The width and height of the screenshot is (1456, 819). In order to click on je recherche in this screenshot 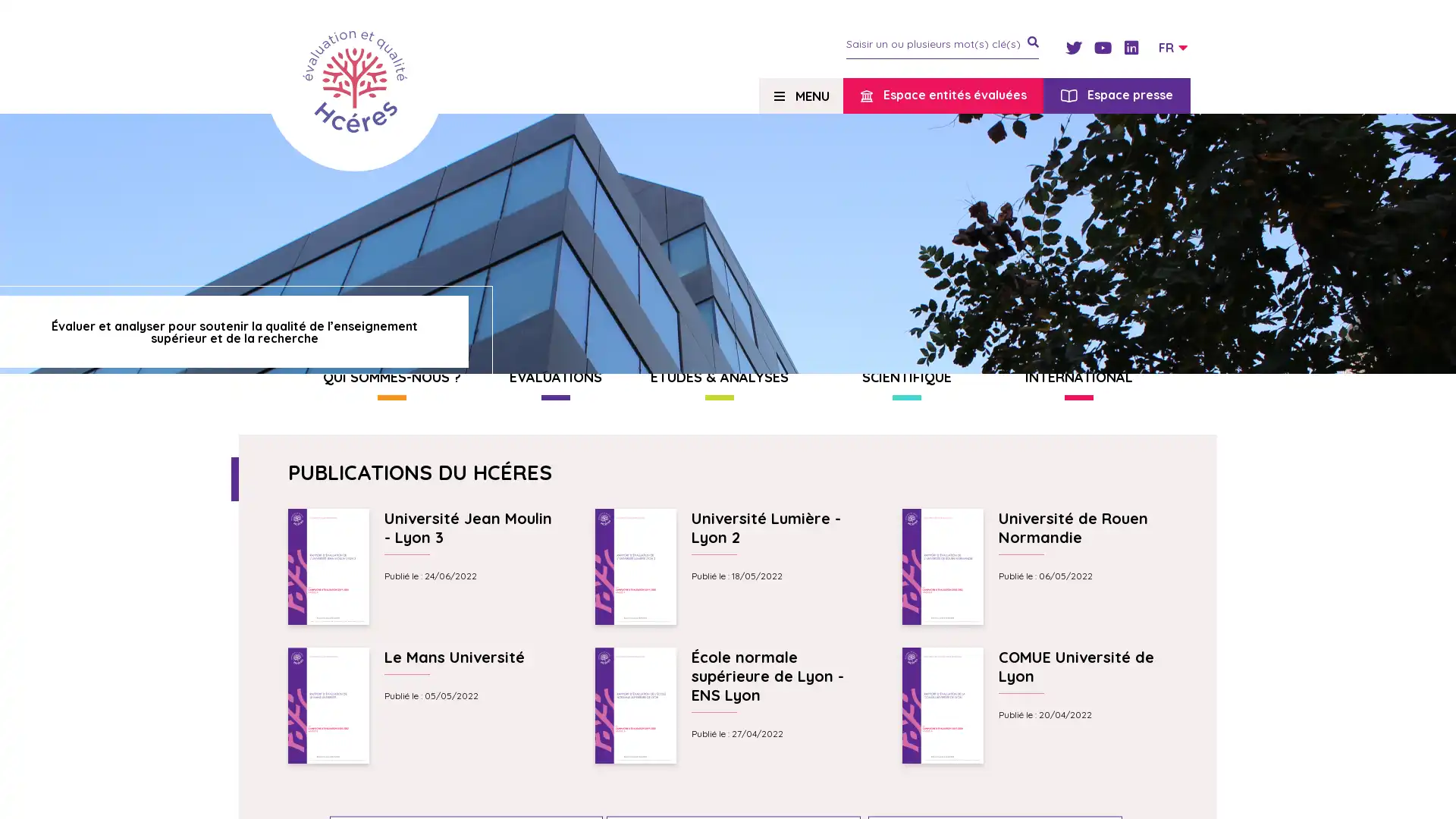, I will do `click(1032, 42)`.